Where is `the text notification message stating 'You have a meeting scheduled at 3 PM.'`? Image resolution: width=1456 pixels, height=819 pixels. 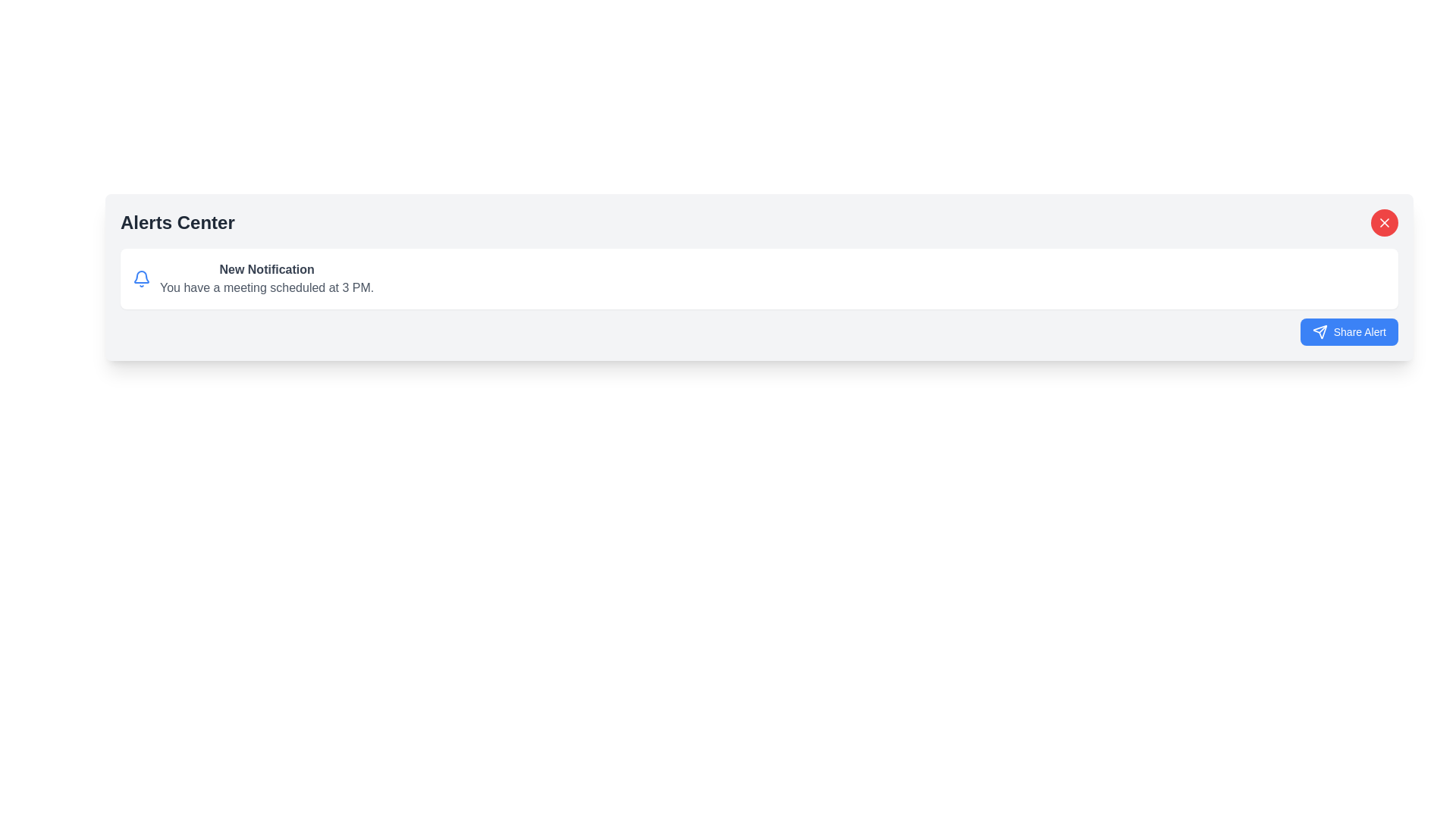 the text notification message stating 'You have a meeting scheduled at 3 PM.' is located at coordinates (267, 288).